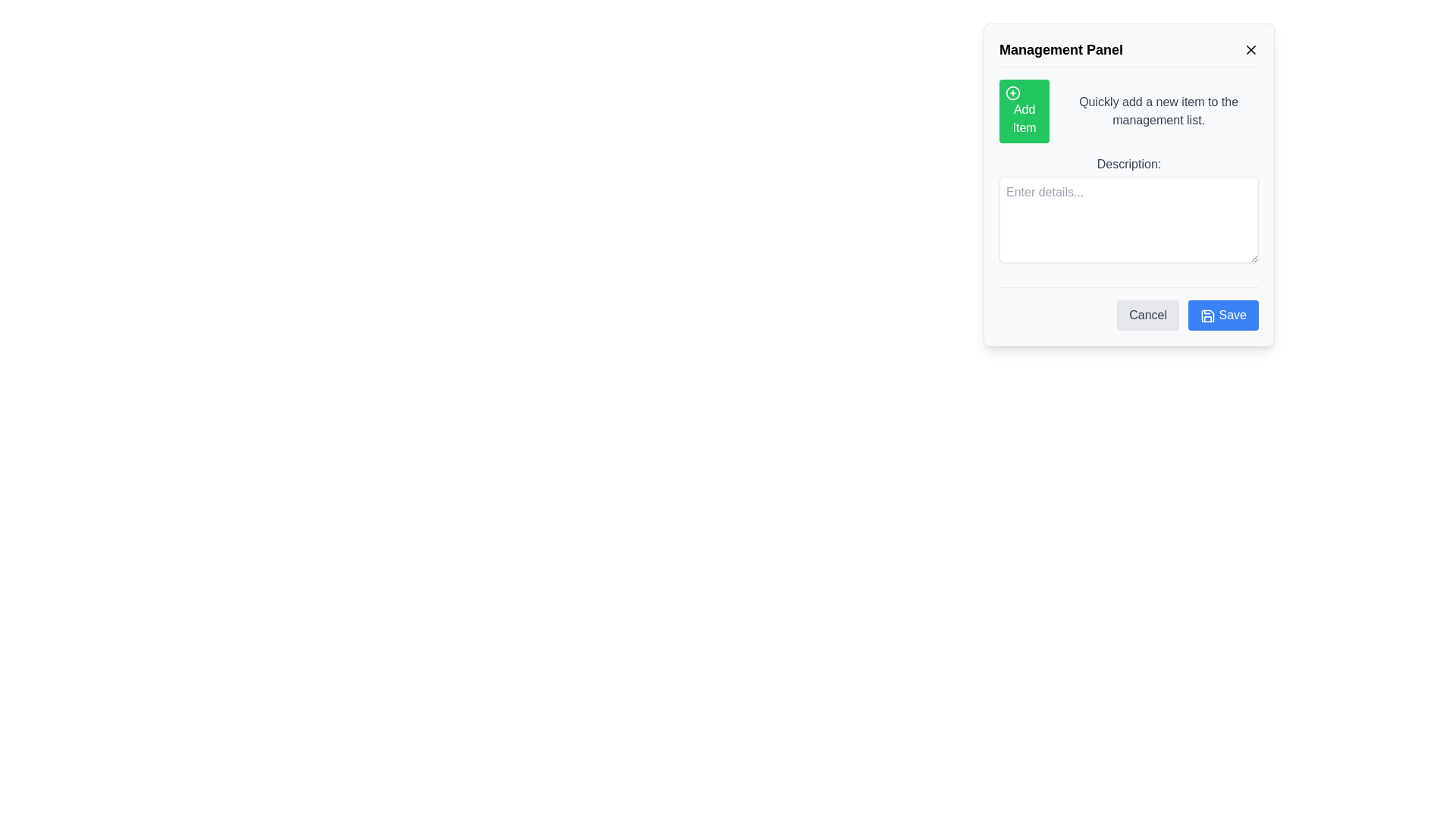 The width and height of the screenshot is (1456, 819). What do you see at coordinates (1251, 49) in the screenshot?
I see `the close button located in the top-right corner of the Management Panel dialog, adjacent to the title text labeled 'Management Panel'` at bounding box center [1251, 49].